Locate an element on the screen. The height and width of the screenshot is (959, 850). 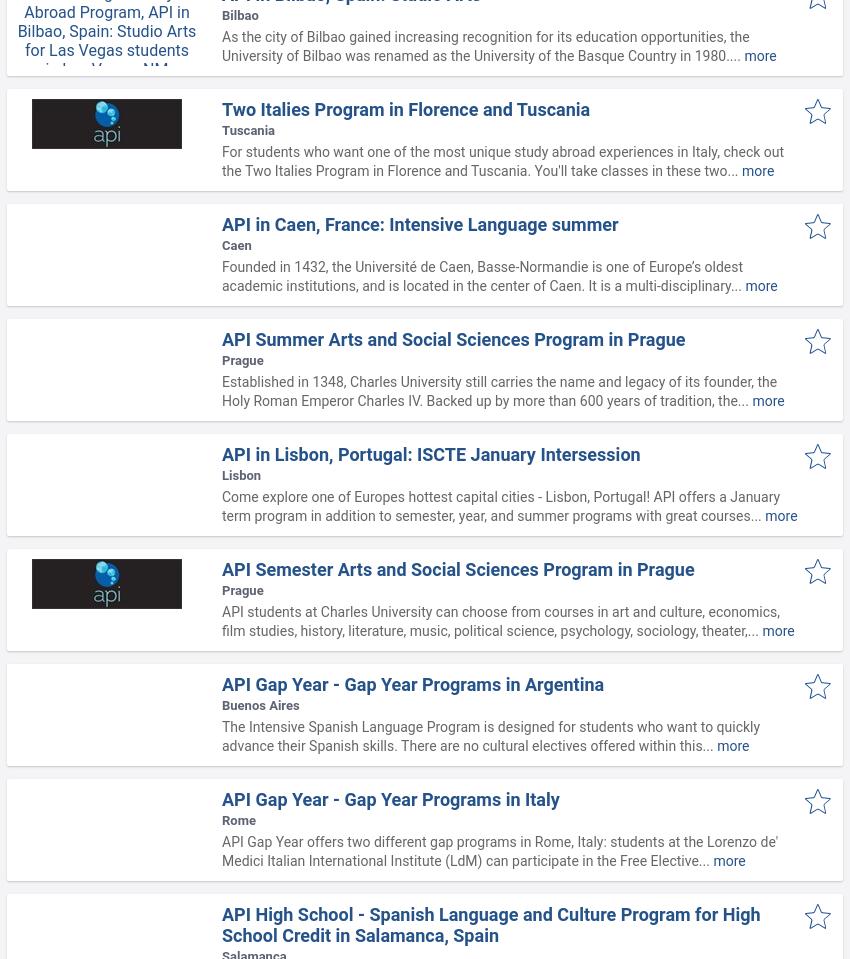
'Lisbon' is located at coordinates (222, 474).